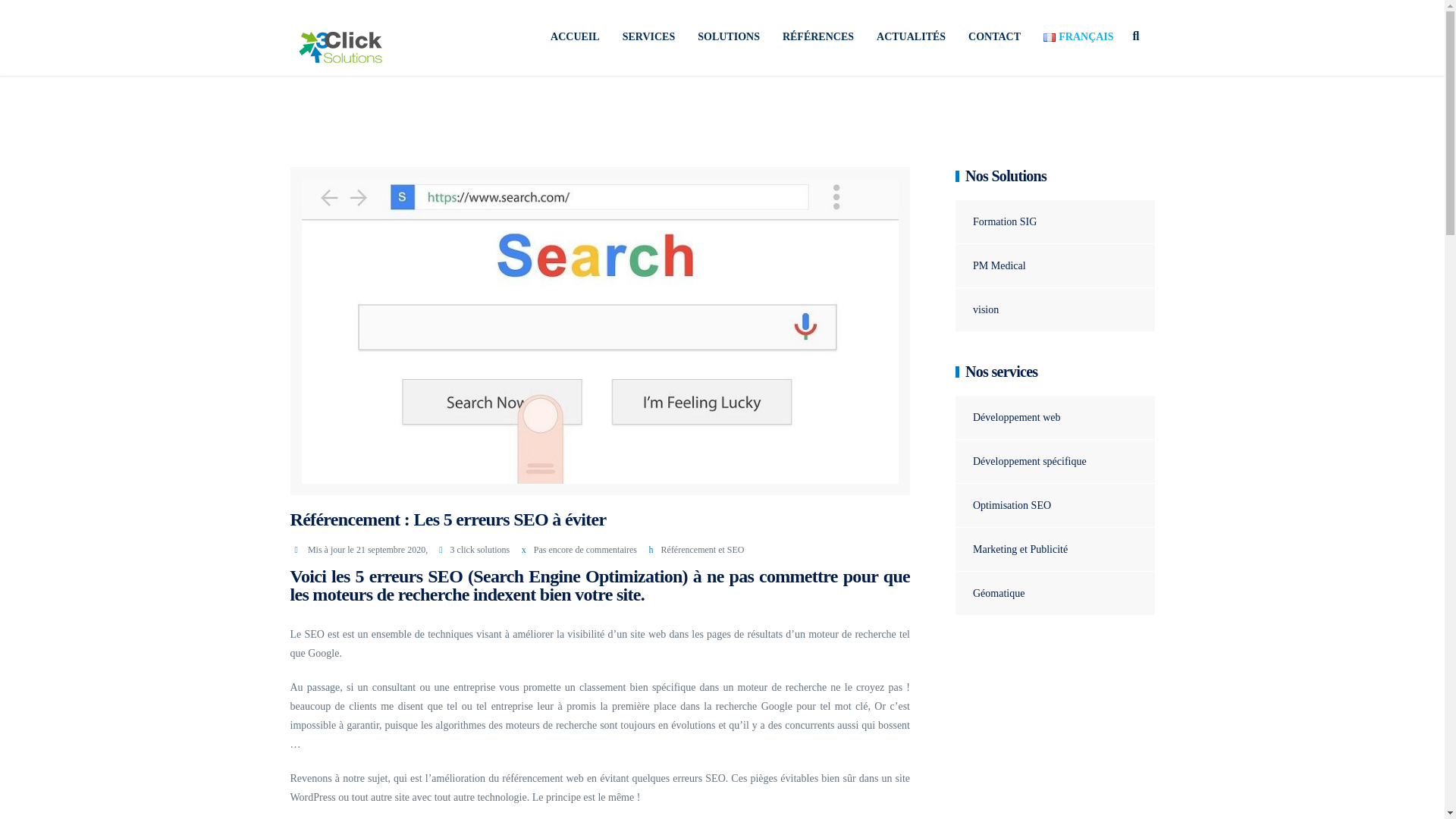  I want to click on 'CONTACT', so click(994, 36).